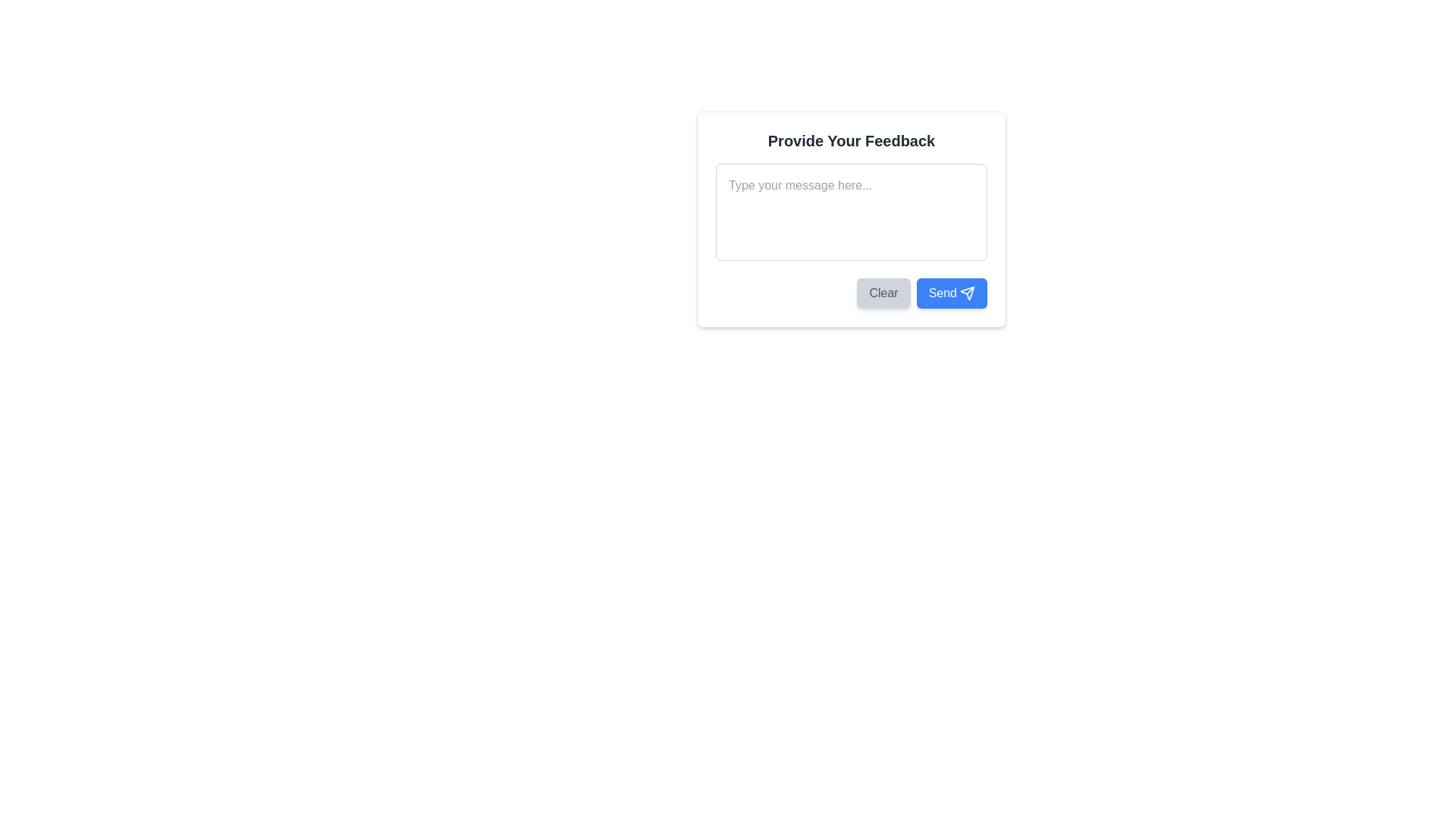 Image resolution: width=1456 pixels, height=819 pixels. What do you see at coordinates (969, 290) in the screenshot?
I see `the diagonal line segment styled as part of an SVG icon located on the right side of the feedback form's 'Send' button` at bounding box center [969, 290].